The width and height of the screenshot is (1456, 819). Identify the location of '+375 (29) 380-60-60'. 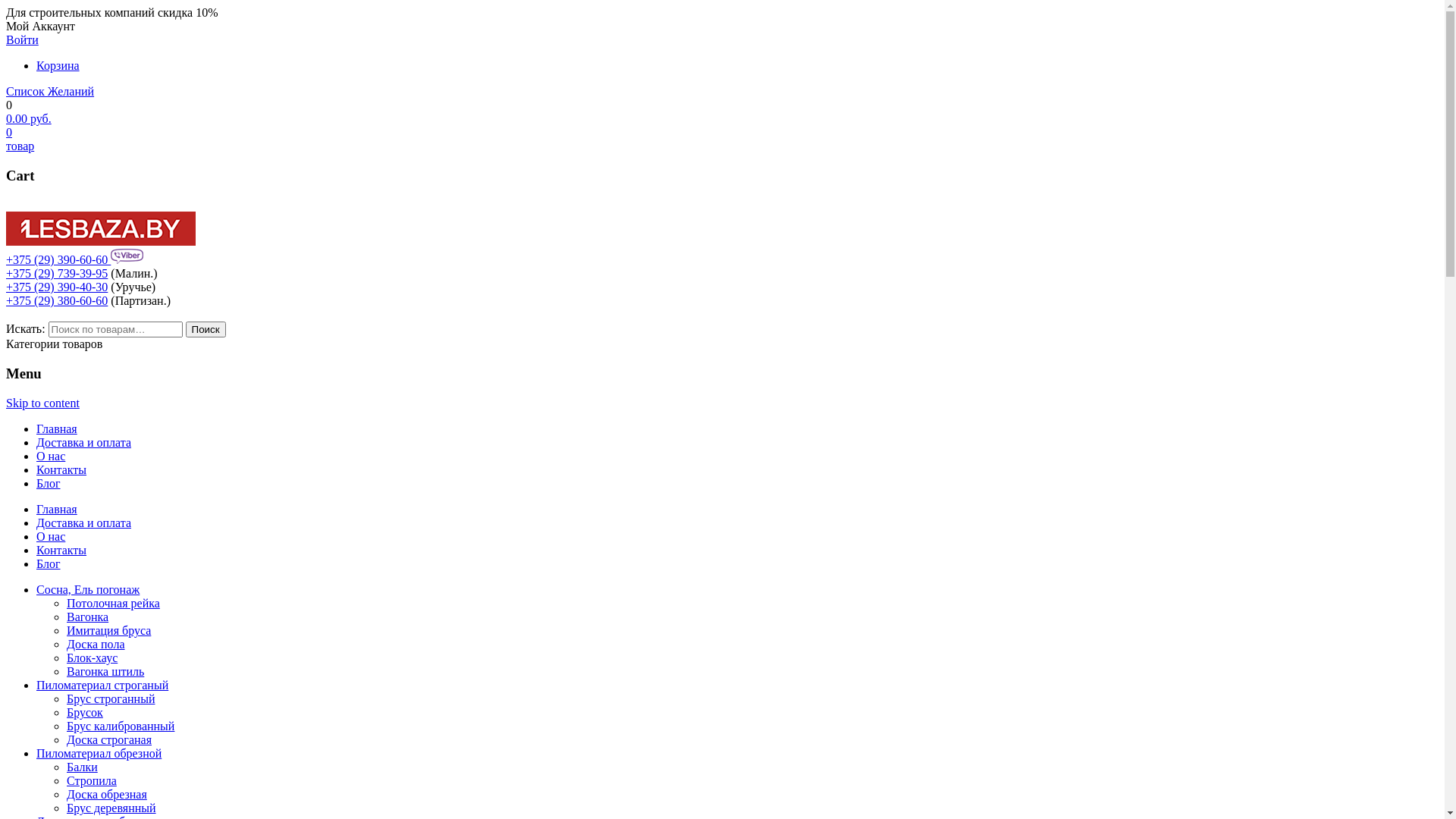
(57, 300).